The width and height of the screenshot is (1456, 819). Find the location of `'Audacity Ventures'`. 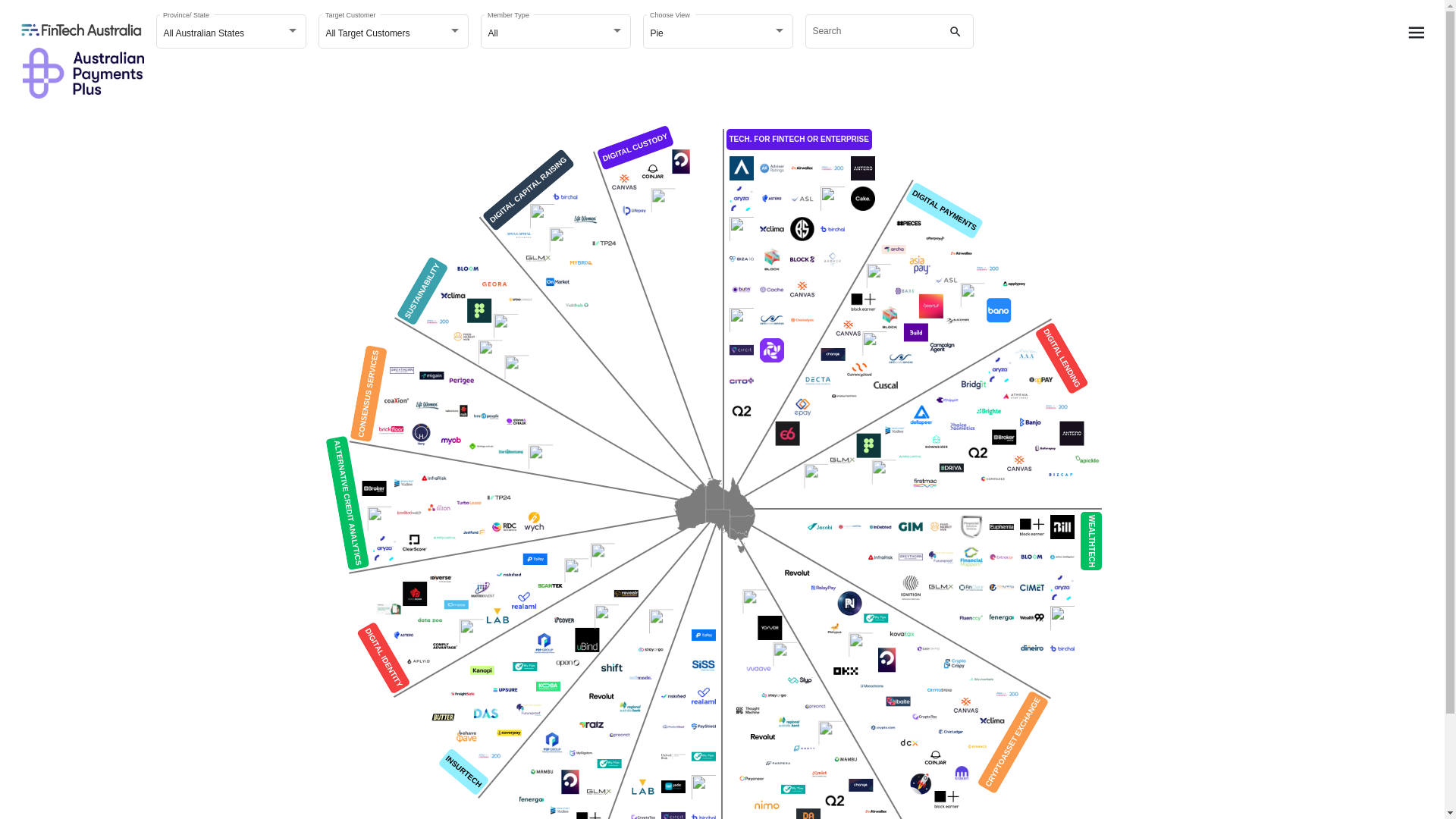

'Audacity Ventures' is located at coordinates (541, 216).